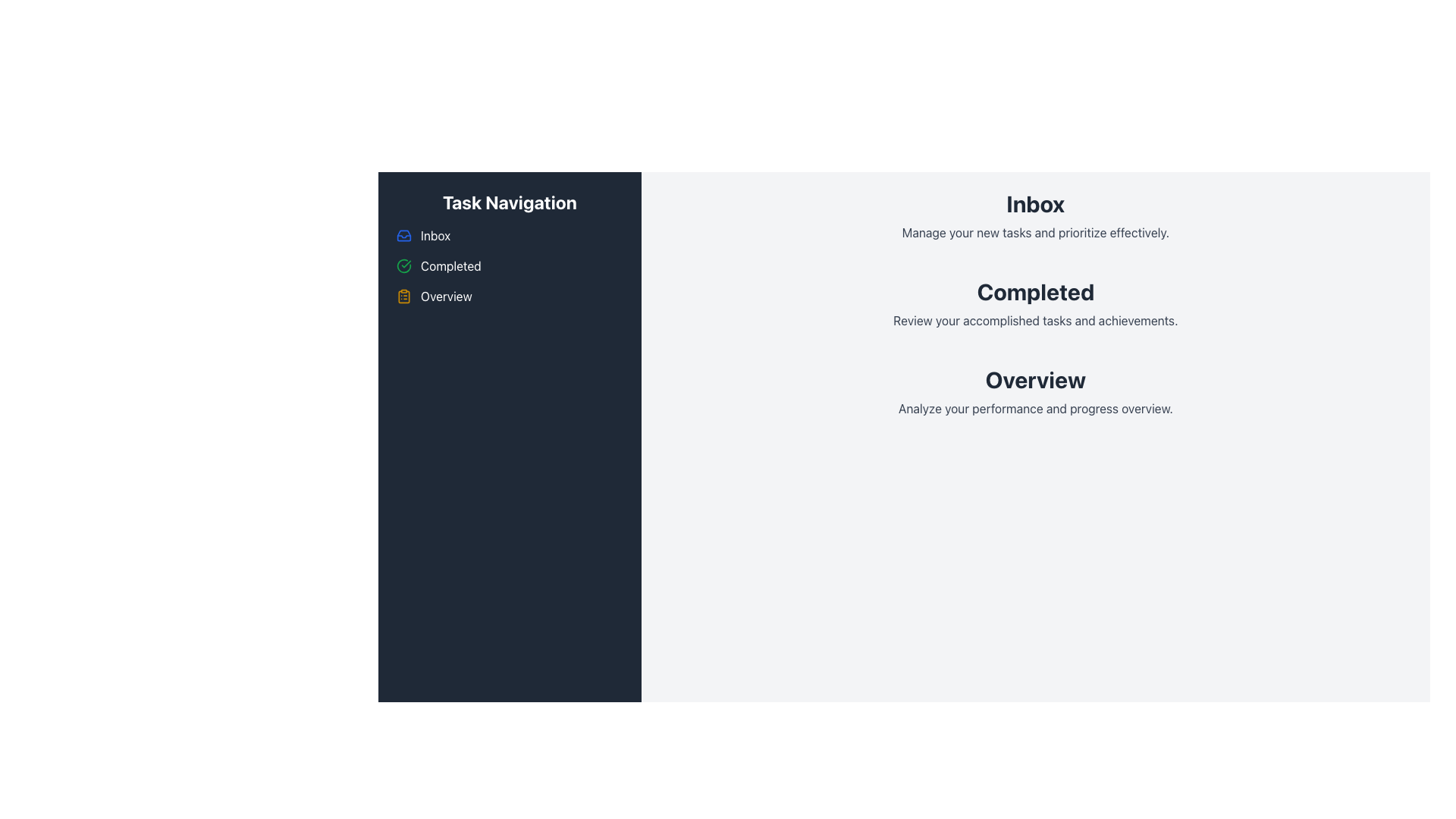  I want to click on the text element displaying 'Analyze your performance and progress overview.' which is centrally aligned below the 'Overview' title, so click(1034, 408).